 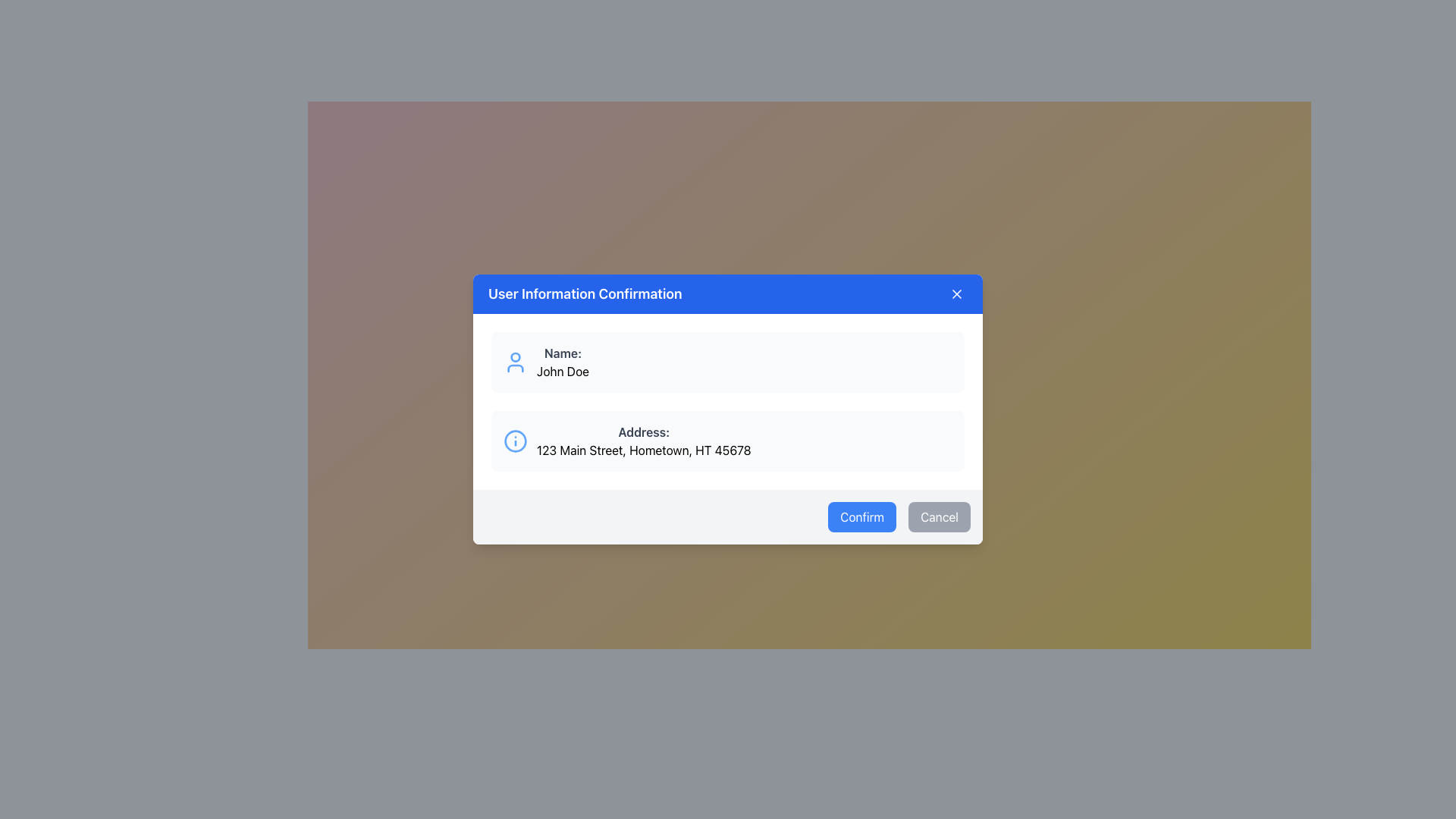 I want to click on the confirm button located at the bottom right of the interface, positioned to the left of the 'Cancel' button, to finalize the action, so click(x=862, y=516).